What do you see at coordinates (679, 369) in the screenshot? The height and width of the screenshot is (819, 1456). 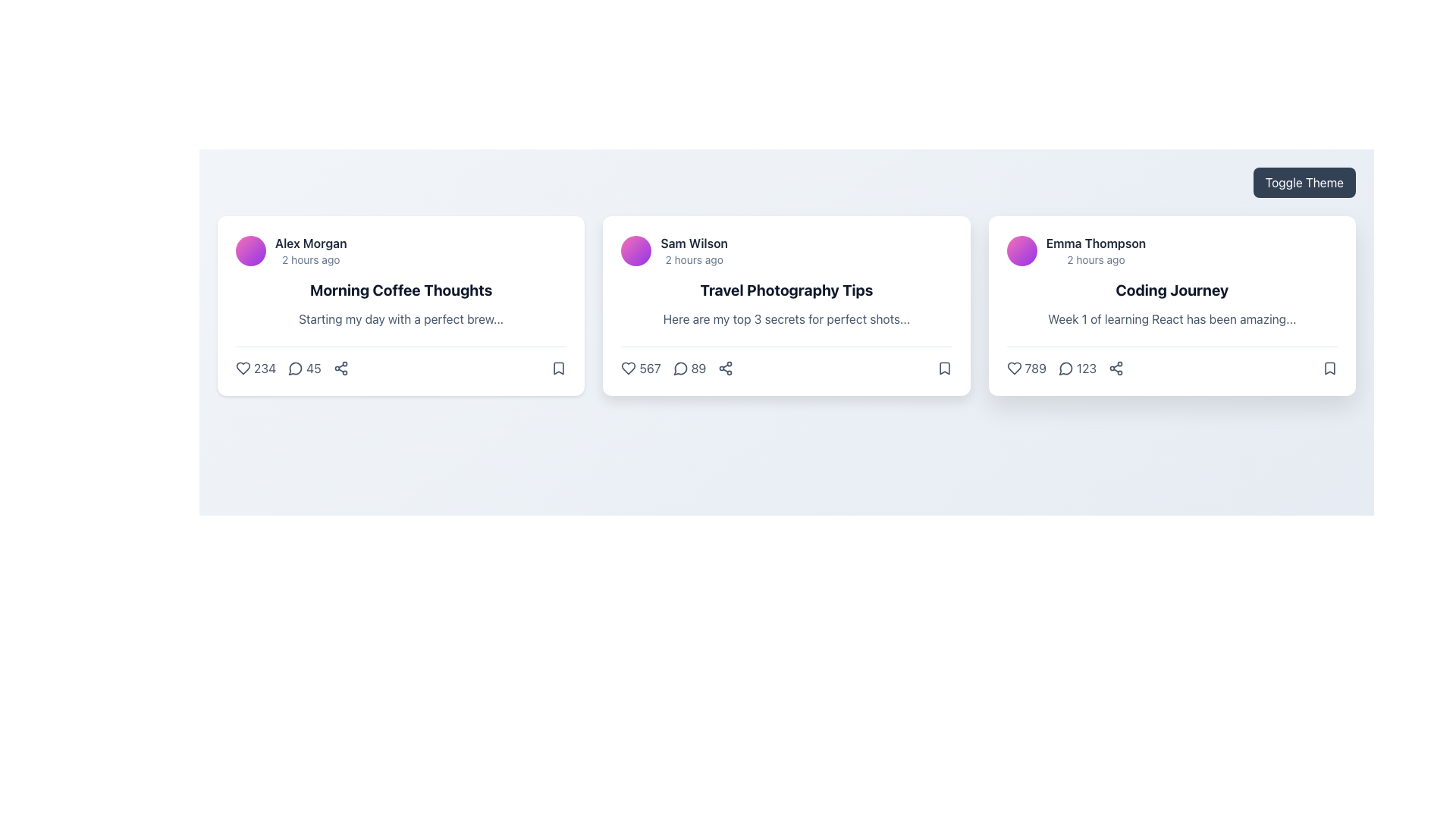 I see `the comment section indicator icon located under the 'Travel Photography Tips' content in the second card from the left, adjacent to numerical statistics` at bounding box center [679, 369].